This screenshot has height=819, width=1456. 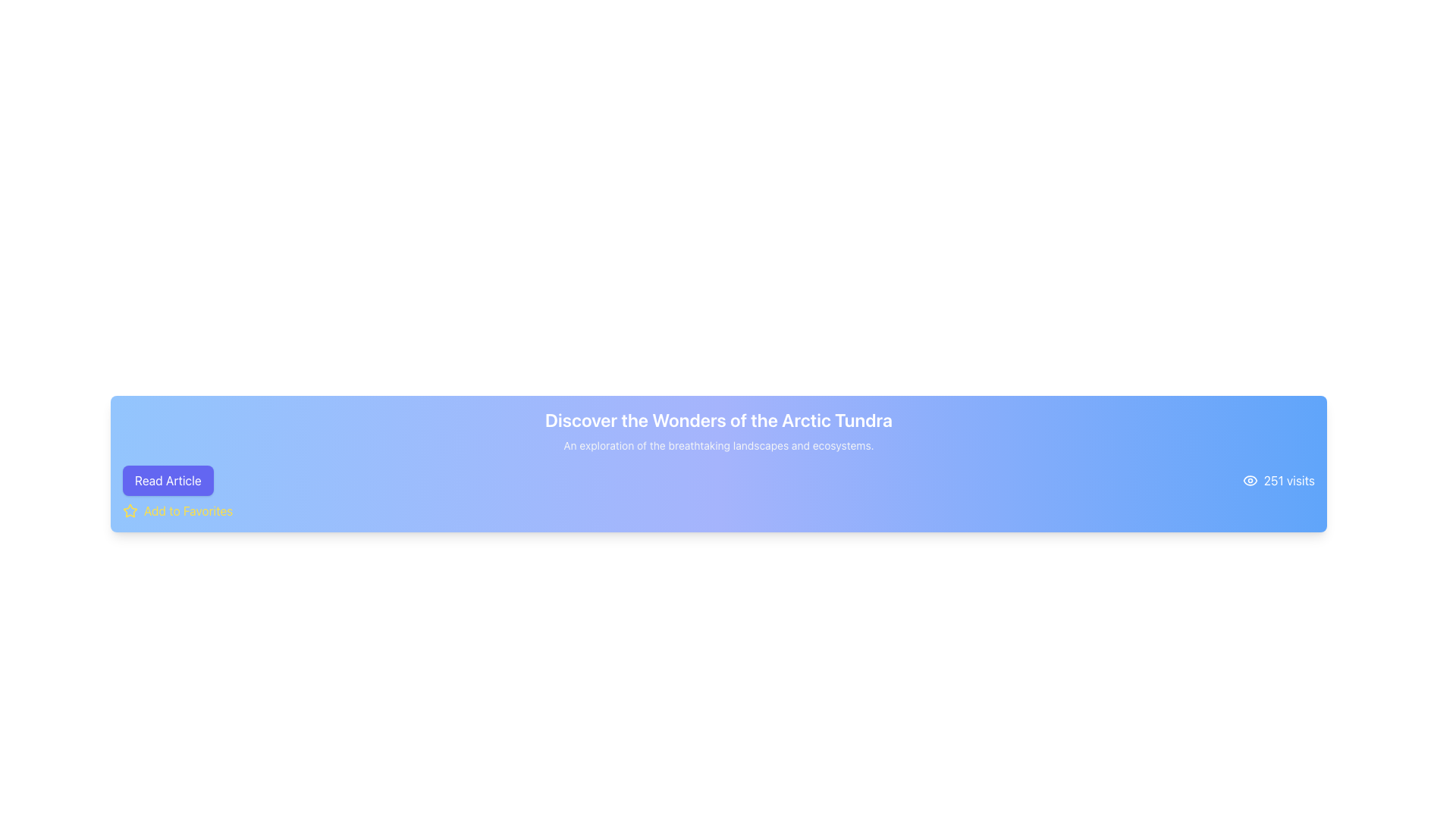 I want to click on informative label displaying '251 visits' which consists of a white eye icon and text on a blue background, located to the right of the 'Read Article' button, so click(x=1278, y=480).